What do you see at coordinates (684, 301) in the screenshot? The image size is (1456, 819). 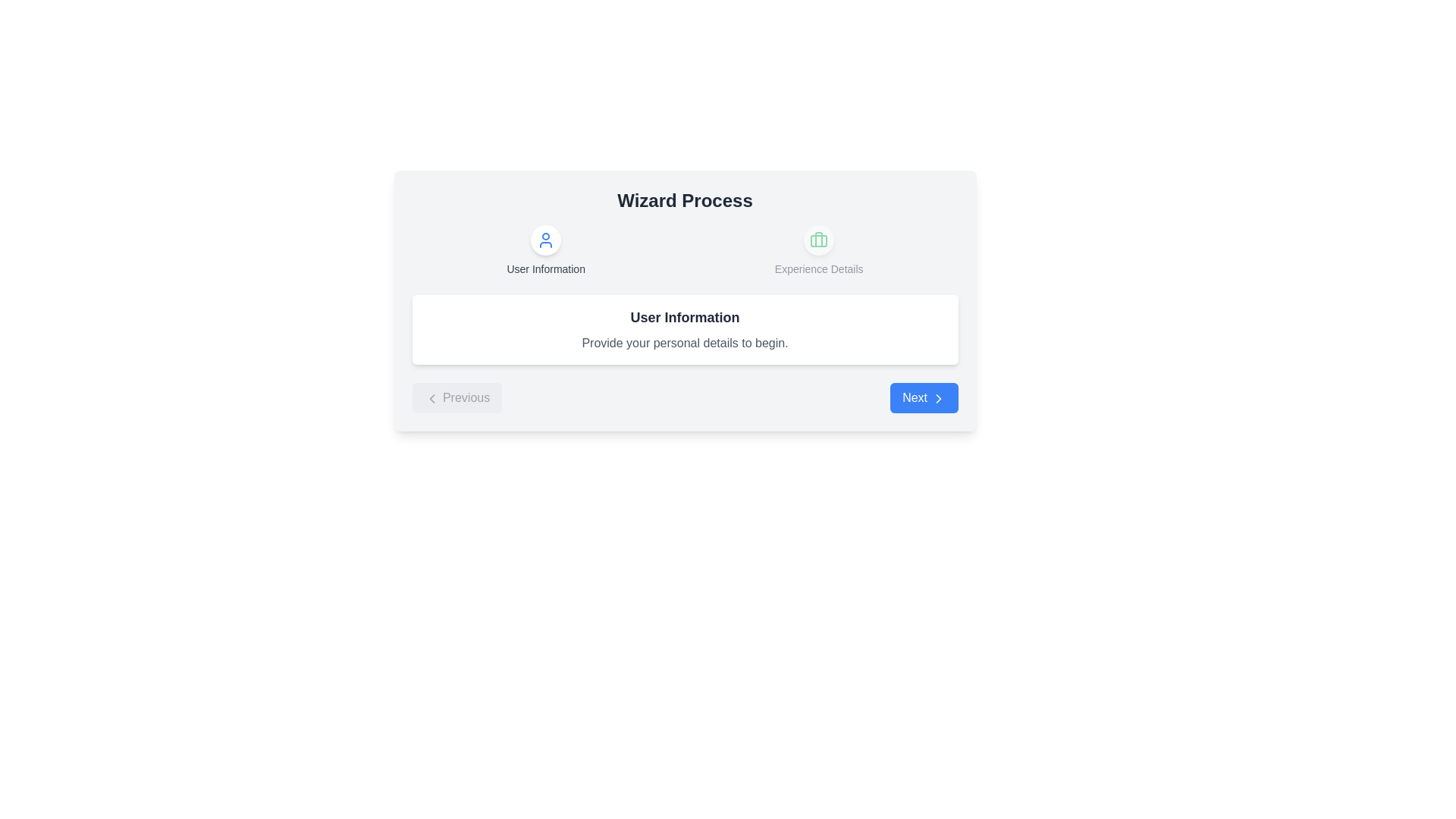 I see `the informational panel that provides guidance for the 'User Information' step in the wizard process` at bounding box center [684, 301].